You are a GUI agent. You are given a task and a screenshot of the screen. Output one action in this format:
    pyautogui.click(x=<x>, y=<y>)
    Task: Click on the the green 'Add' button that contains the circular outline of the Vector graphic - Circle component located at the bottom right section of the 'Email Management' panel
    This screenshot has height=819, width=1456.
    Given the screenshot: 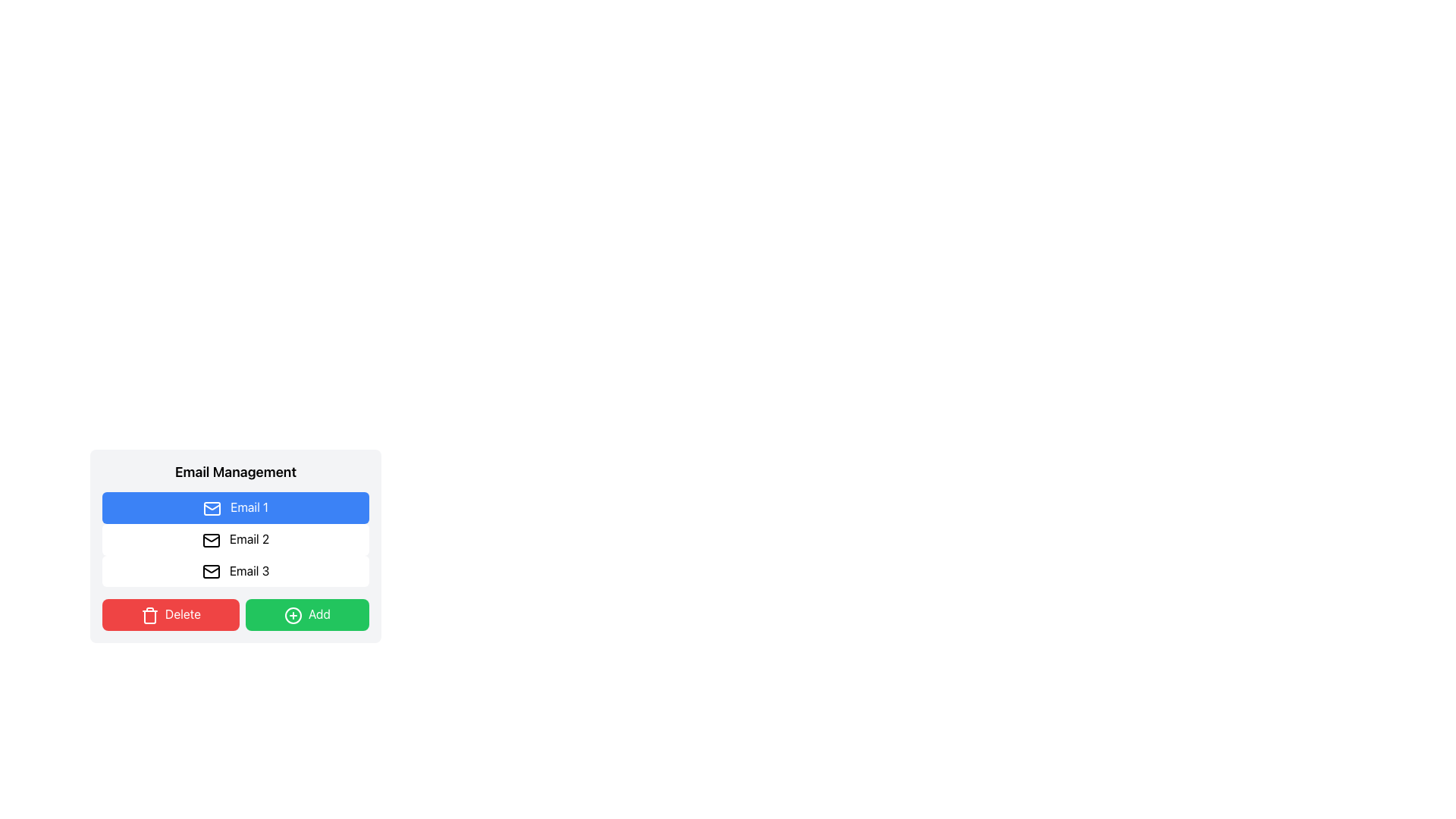 What is the action you would take?
    pyautogui.click(x=293, y=616)
    